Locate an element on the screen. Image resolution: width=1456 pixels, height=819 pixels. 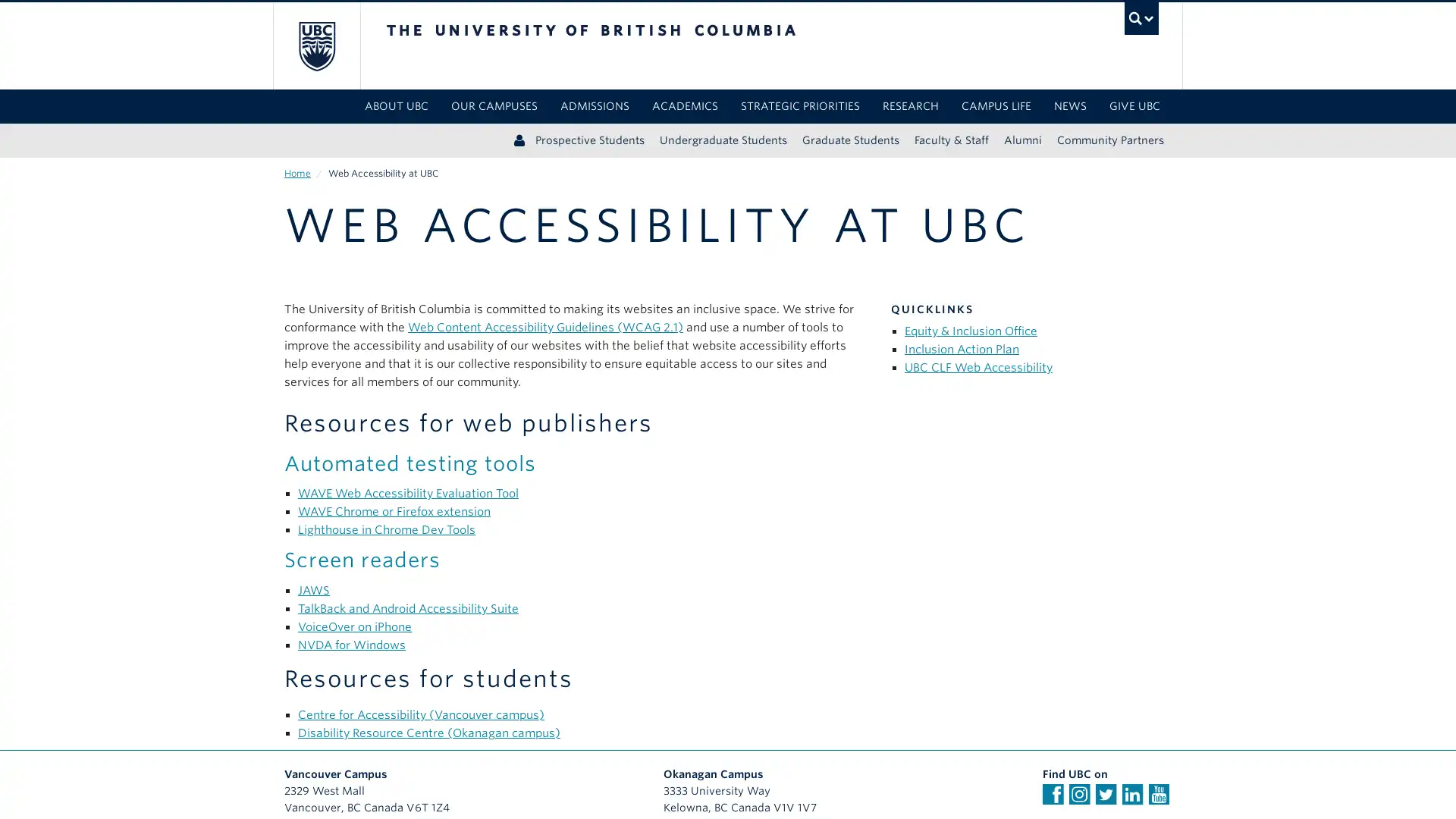
search trigger is located at coordinates (1141, 18).